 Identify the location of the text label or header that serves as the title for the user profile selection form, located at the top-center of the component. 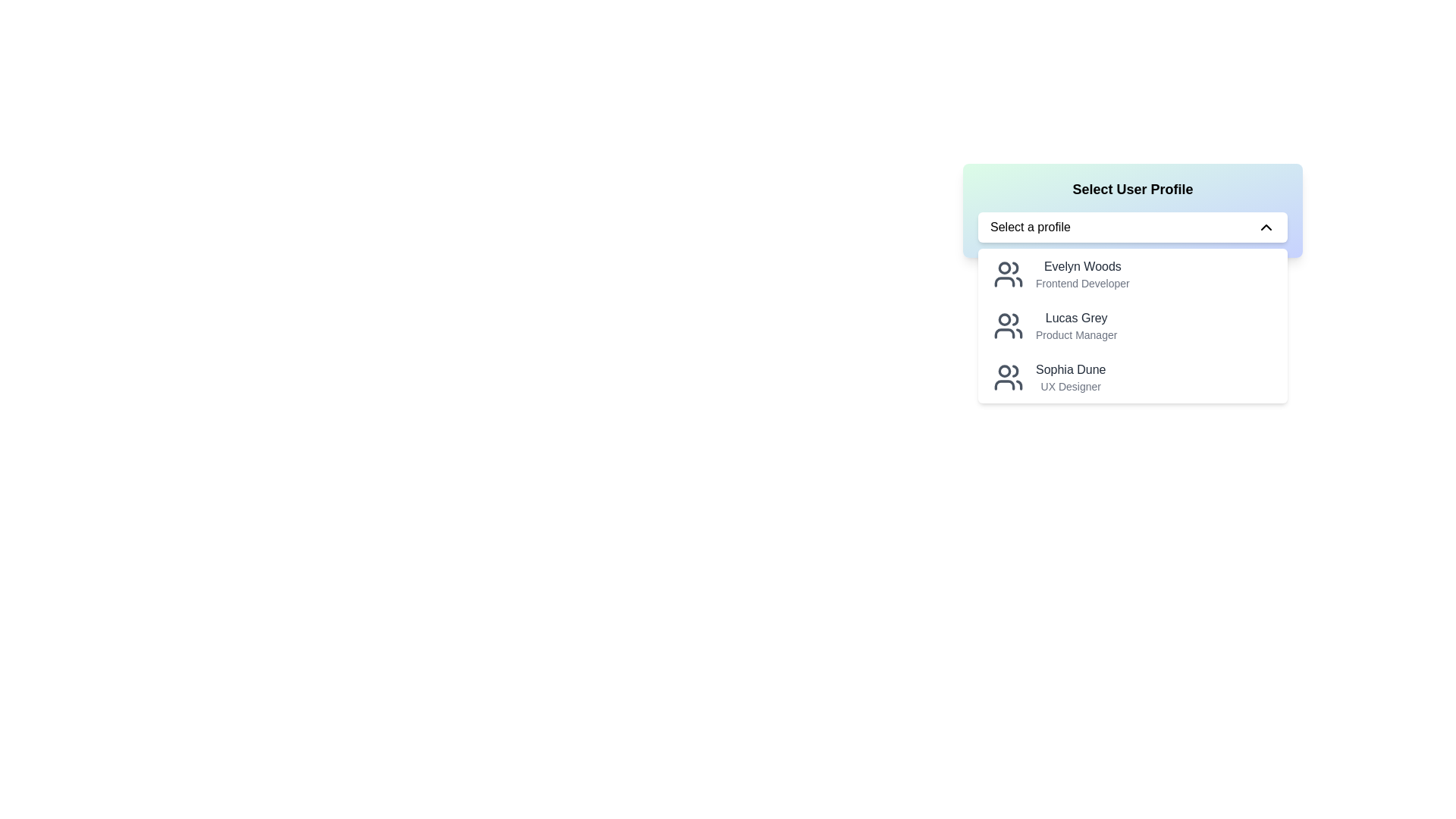
(1132, 189).